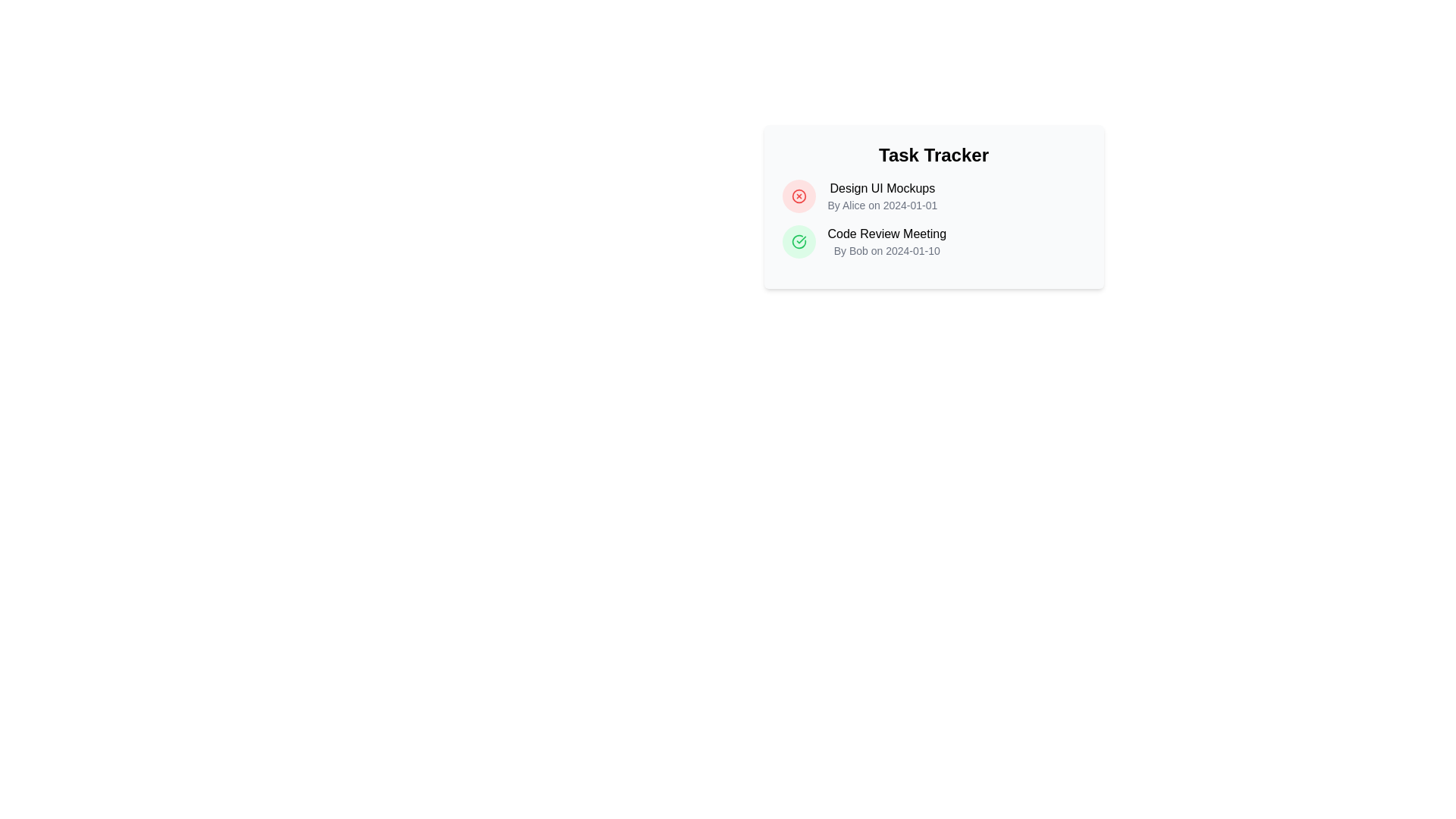 The height and width of the screenshot is (819, 1456). Describe the element at coordinates (933, 195) in the screenshot. I see `the first task item in the vertical list, which contains details about its nature, assigned person, and due date` at that location.